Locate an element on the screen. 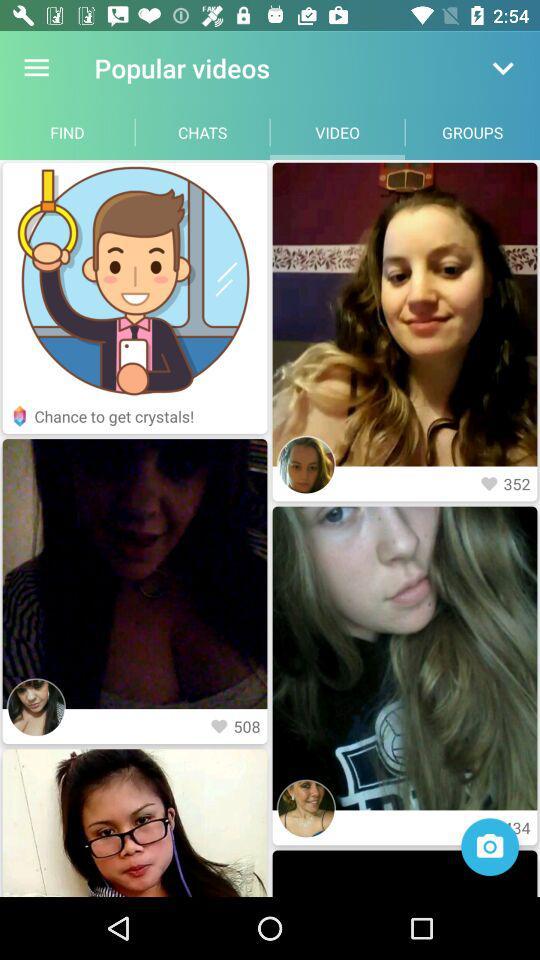 The image size is (540, 960). item next to the video is located at coordinates (472, 131).